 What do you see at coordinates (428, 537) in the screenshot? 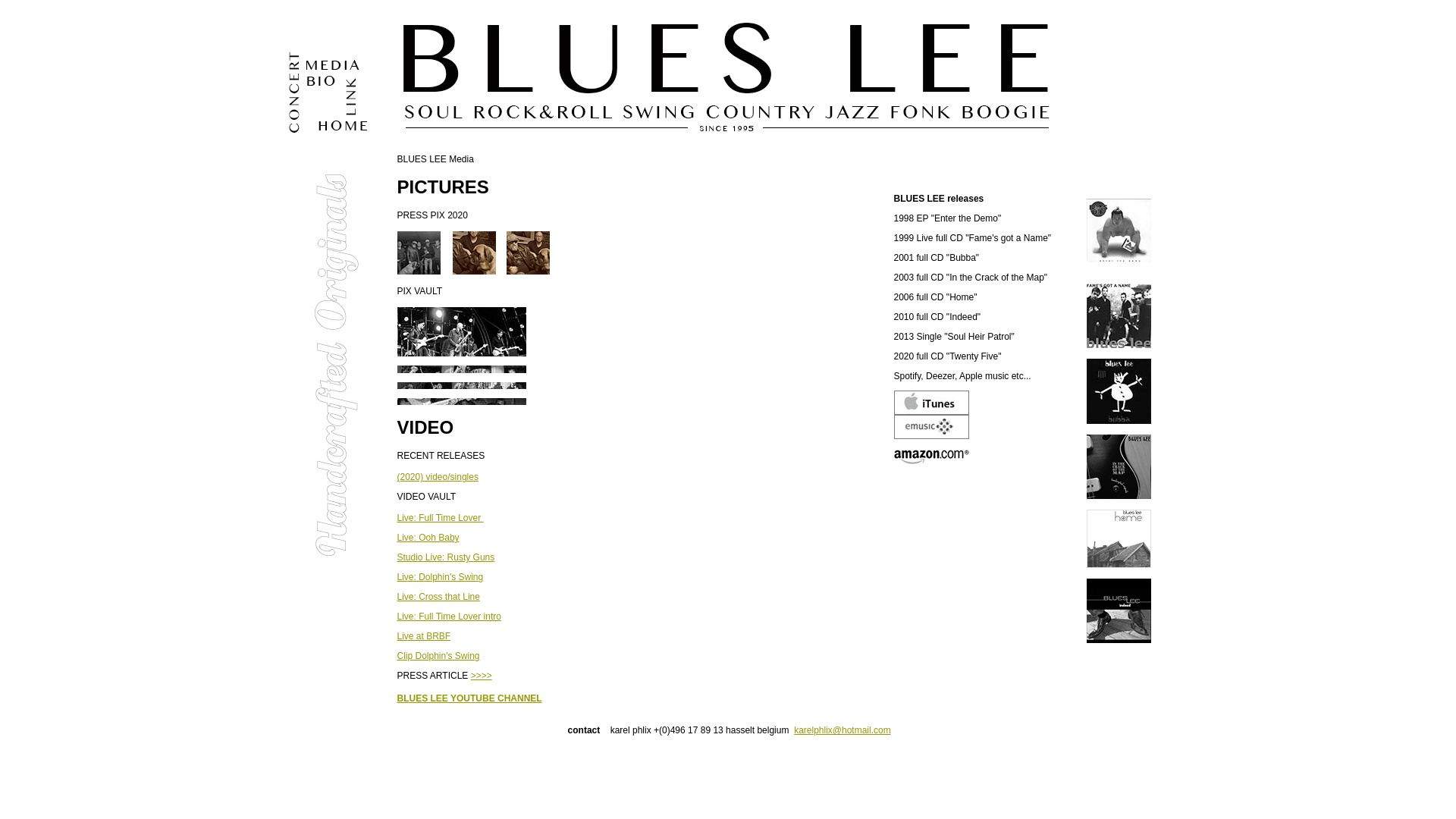
I see `'Live: Ooh Baby'` at bounding box center [428, 537].